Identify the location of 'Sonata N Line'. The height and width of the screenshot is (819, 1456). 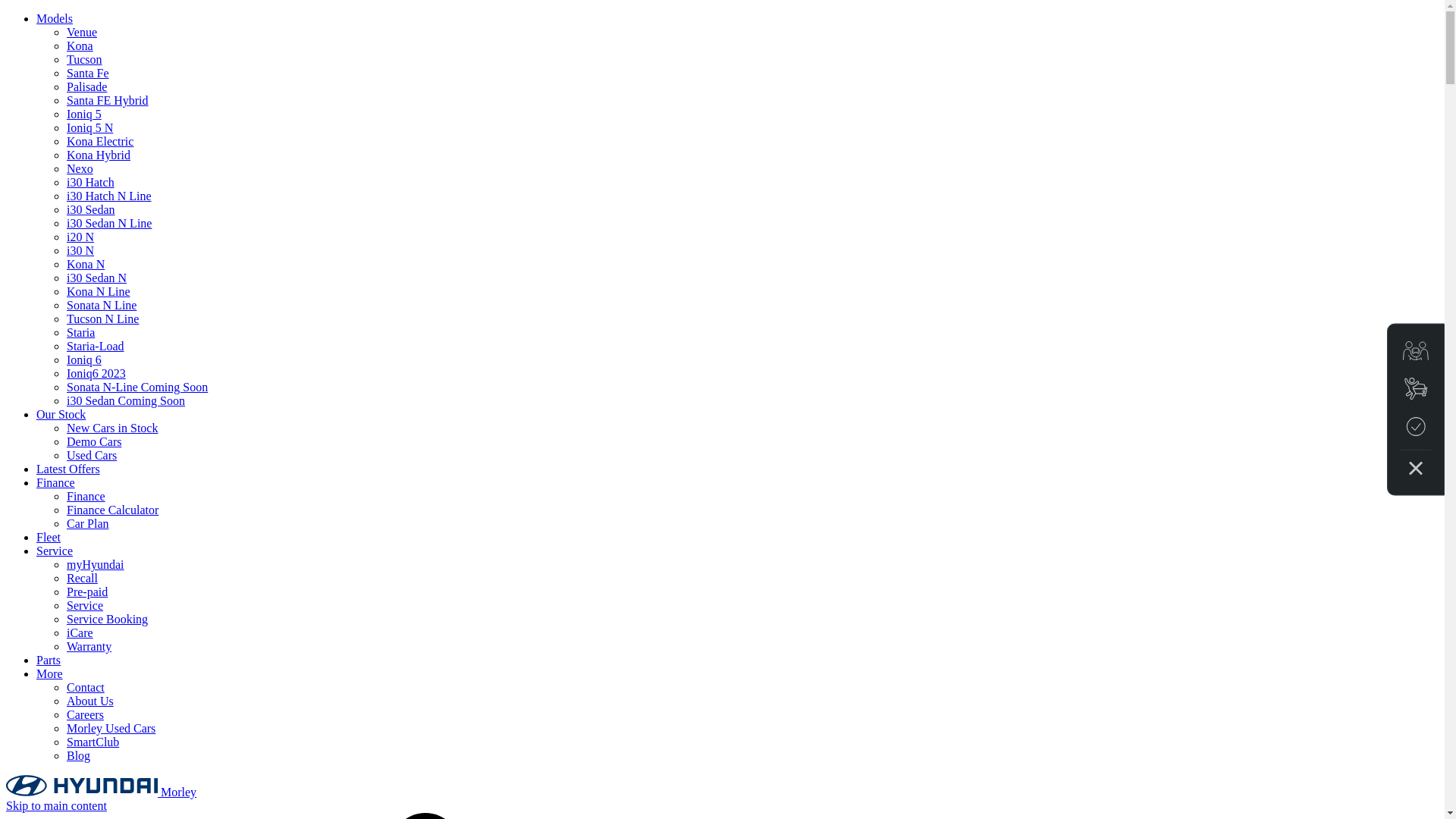
(101, 305).